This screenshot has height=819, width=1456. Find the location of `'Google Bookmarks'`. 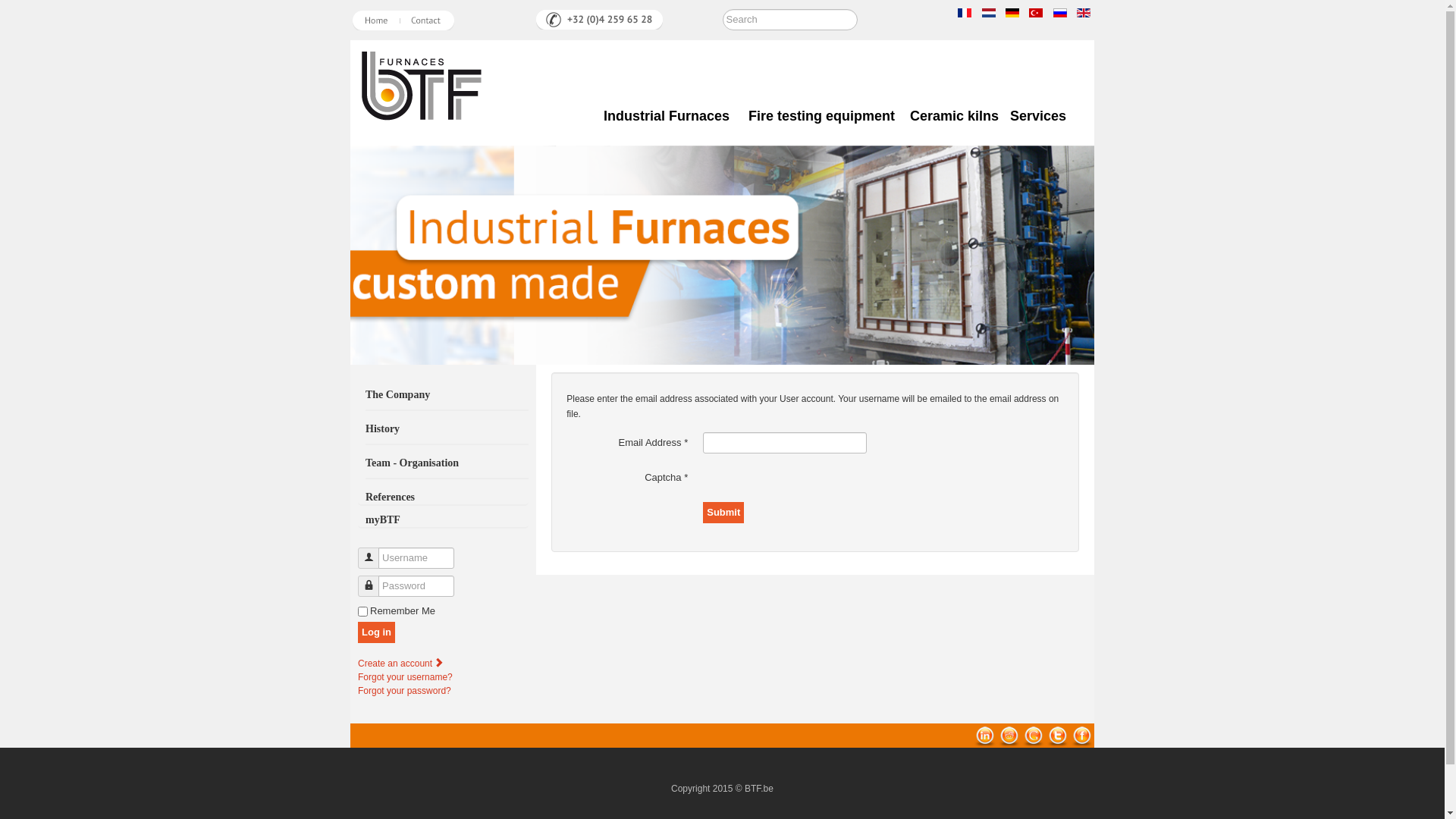

'Google Bookmarks' is located at coordinates (1033, 734).